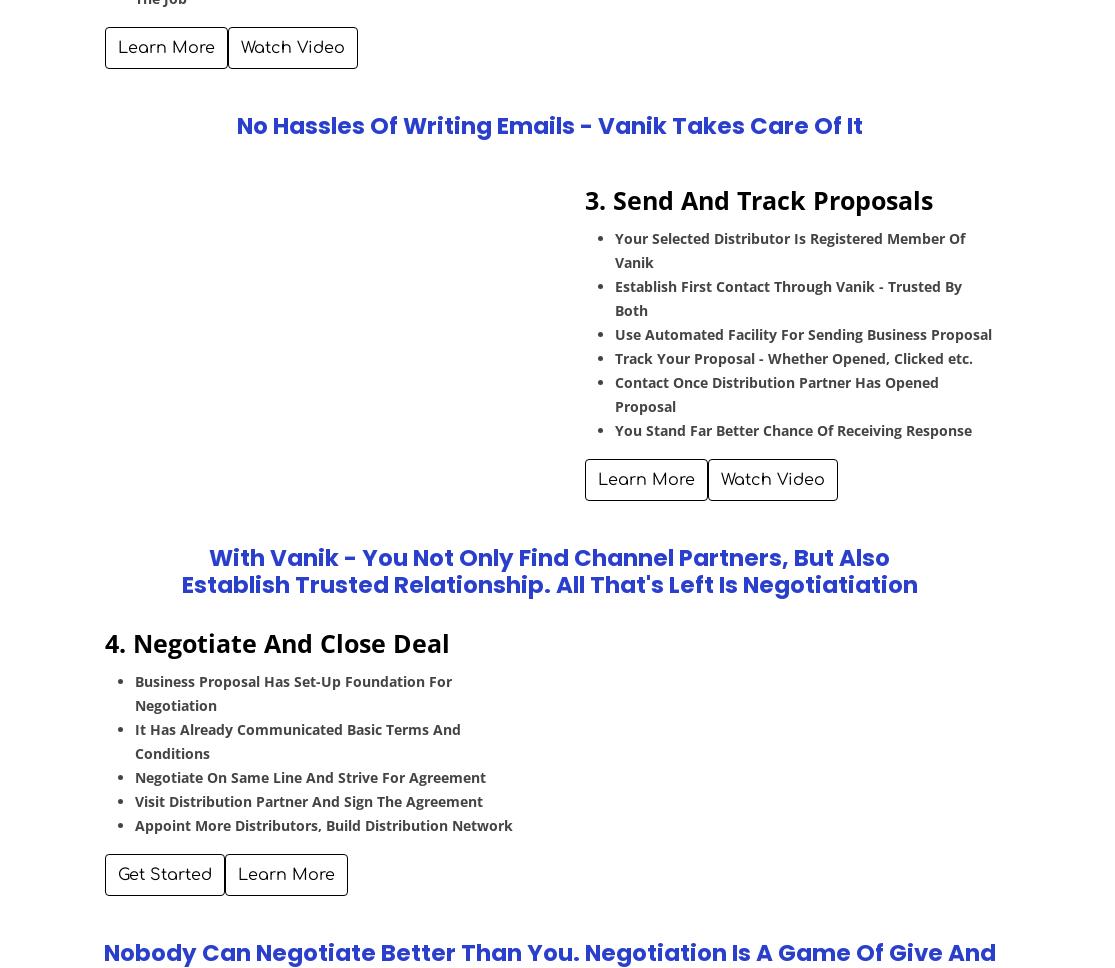  What do you see at coordinates (792, 357) in the screenshot?
I see `'Track Your Proposal - Whether Opened, Clicked etc.'` at bounding box center [792, 357].